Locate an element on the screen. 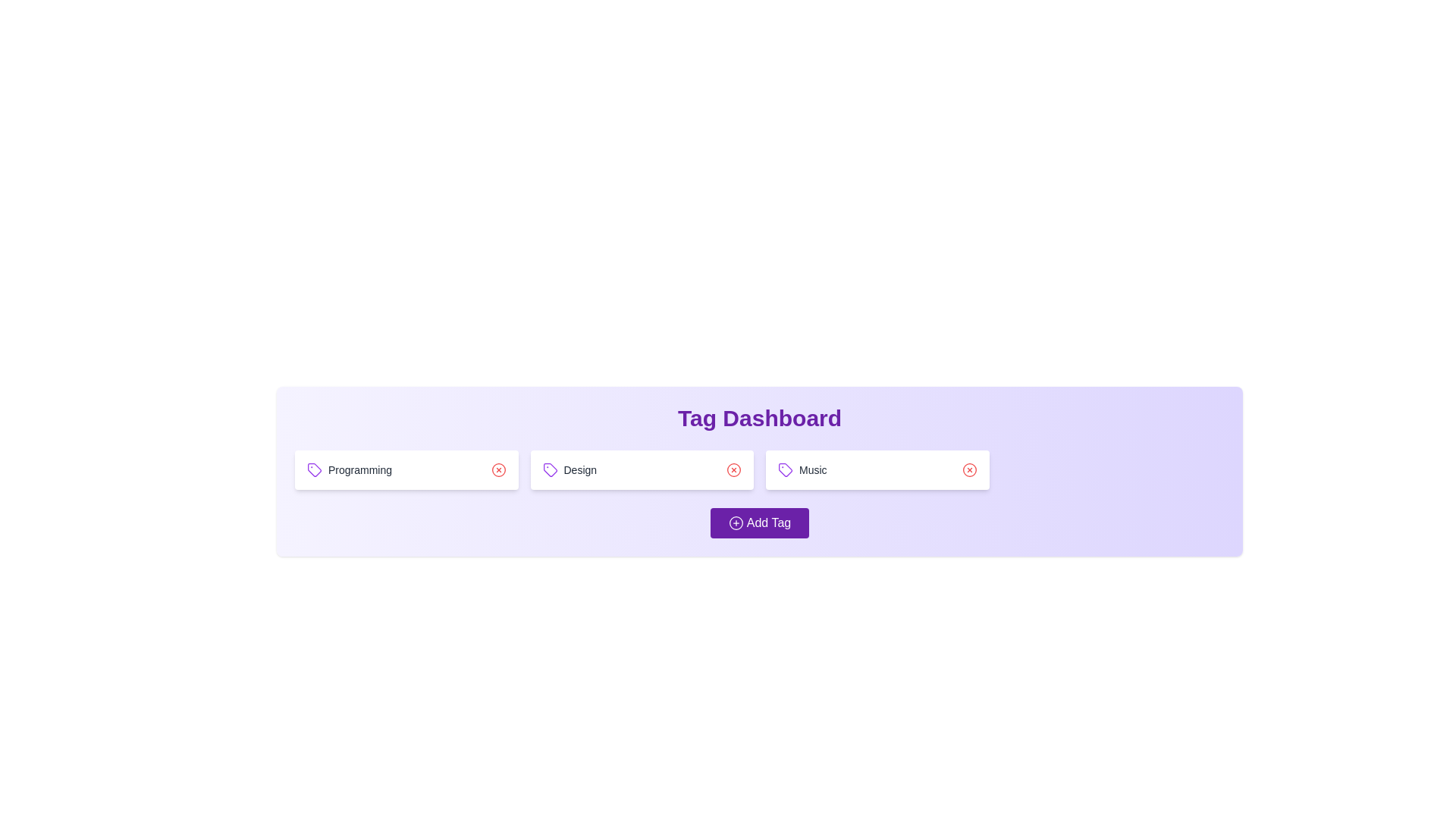  the graphical representation of the purple tag icon located in the 'Tag Dashboard' section, positioned to the left of the text 'Design' is located at coordinates (786, 469).